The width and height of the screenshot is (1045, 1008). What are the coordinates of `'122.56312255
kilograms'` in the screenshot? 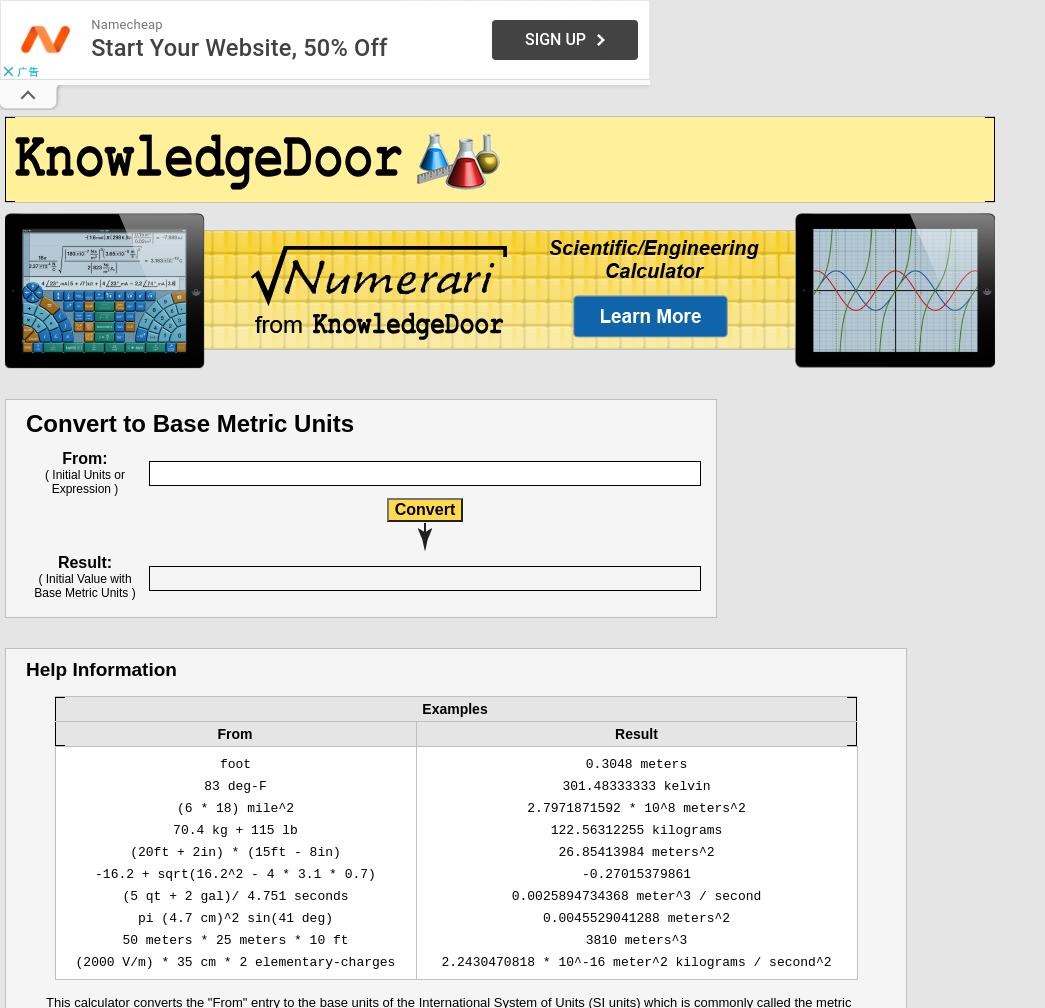 It's located at (634, 830).